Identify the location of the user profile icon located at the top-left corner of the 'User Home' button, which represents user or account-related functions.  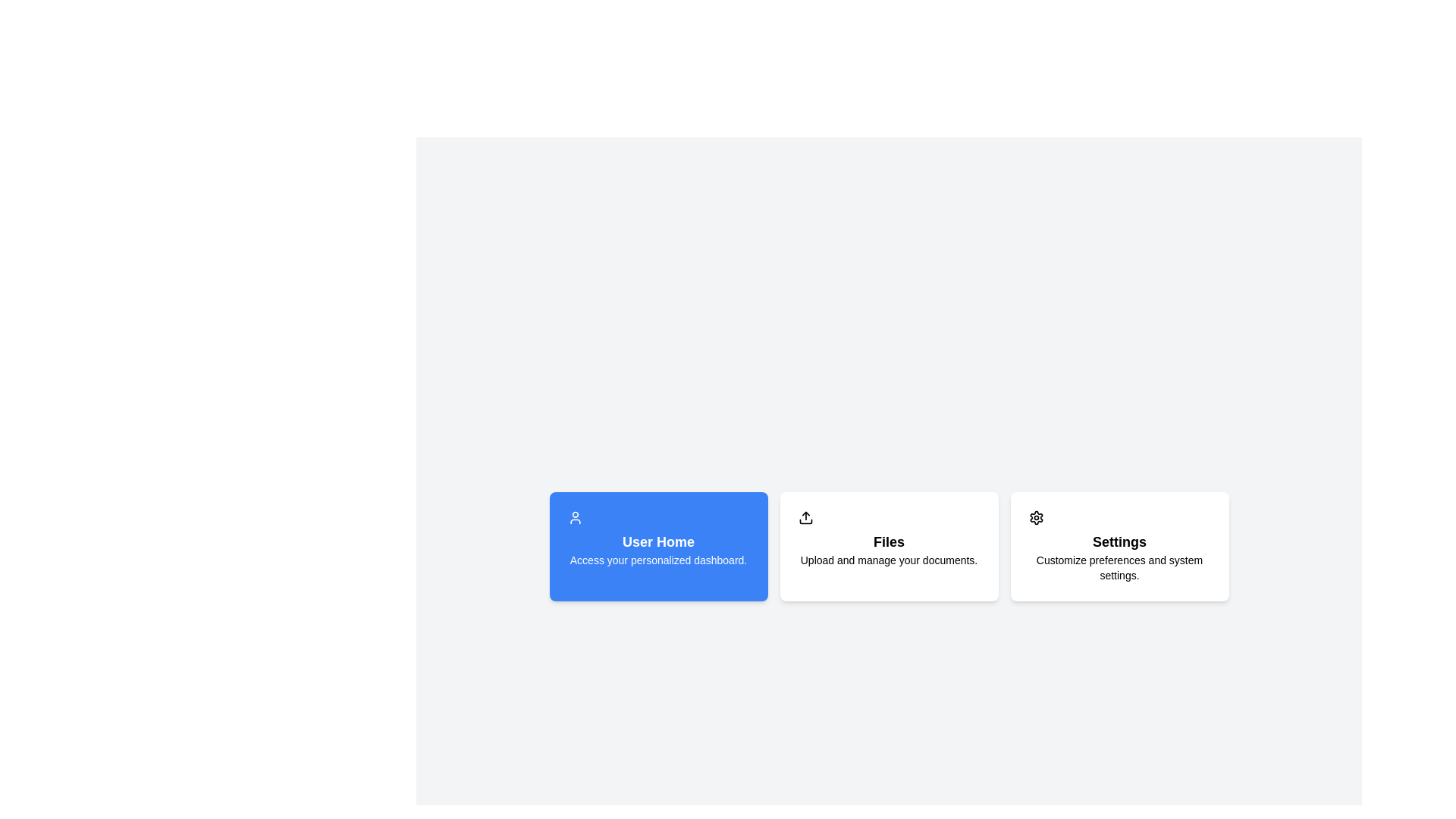
(574, 516).